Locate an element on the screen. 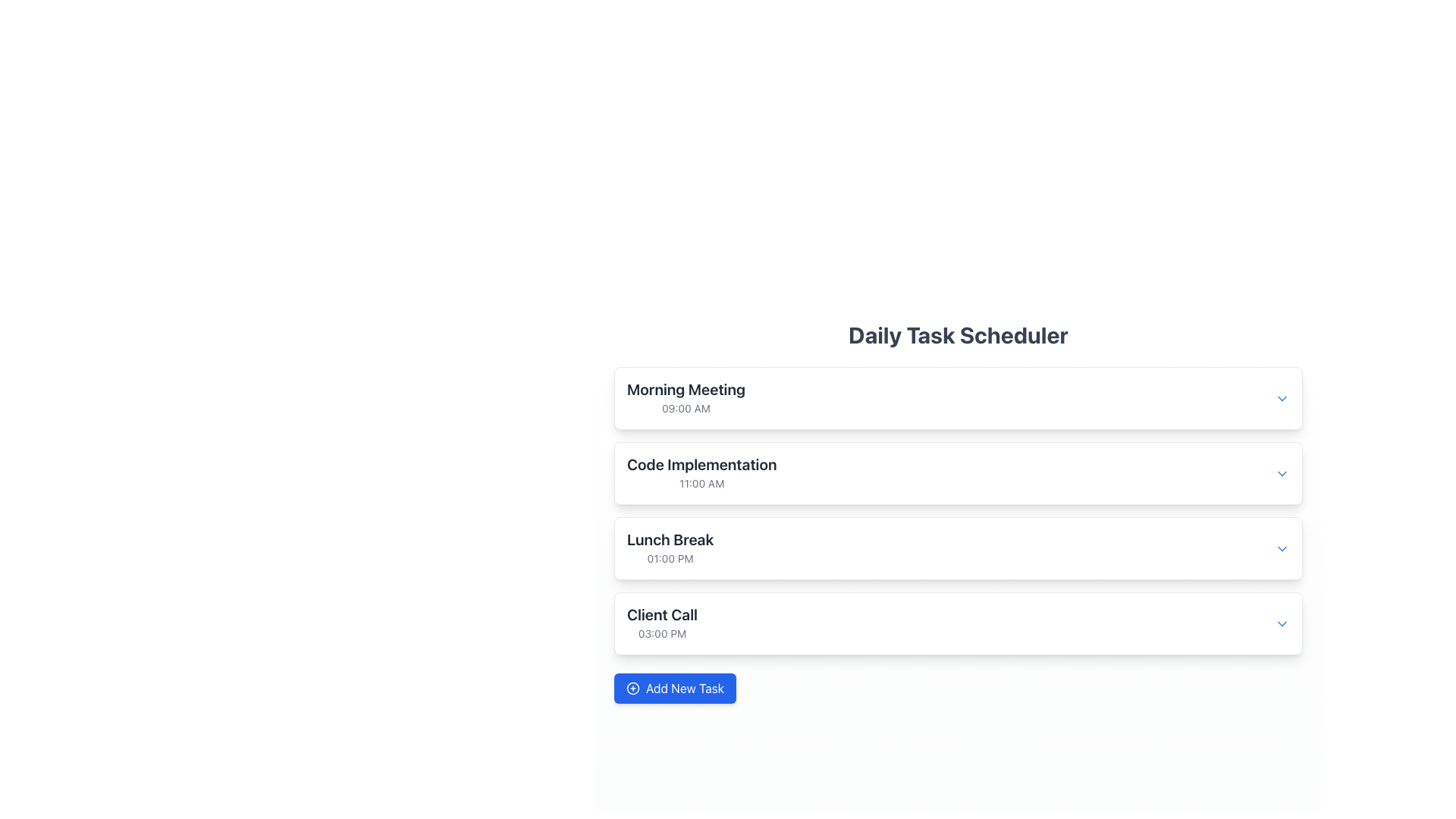  the icon representing the action of adding a new task, which is located to the left of the 'Add New Task' button at the bottom of the interface is located at coordinates (633, 688).